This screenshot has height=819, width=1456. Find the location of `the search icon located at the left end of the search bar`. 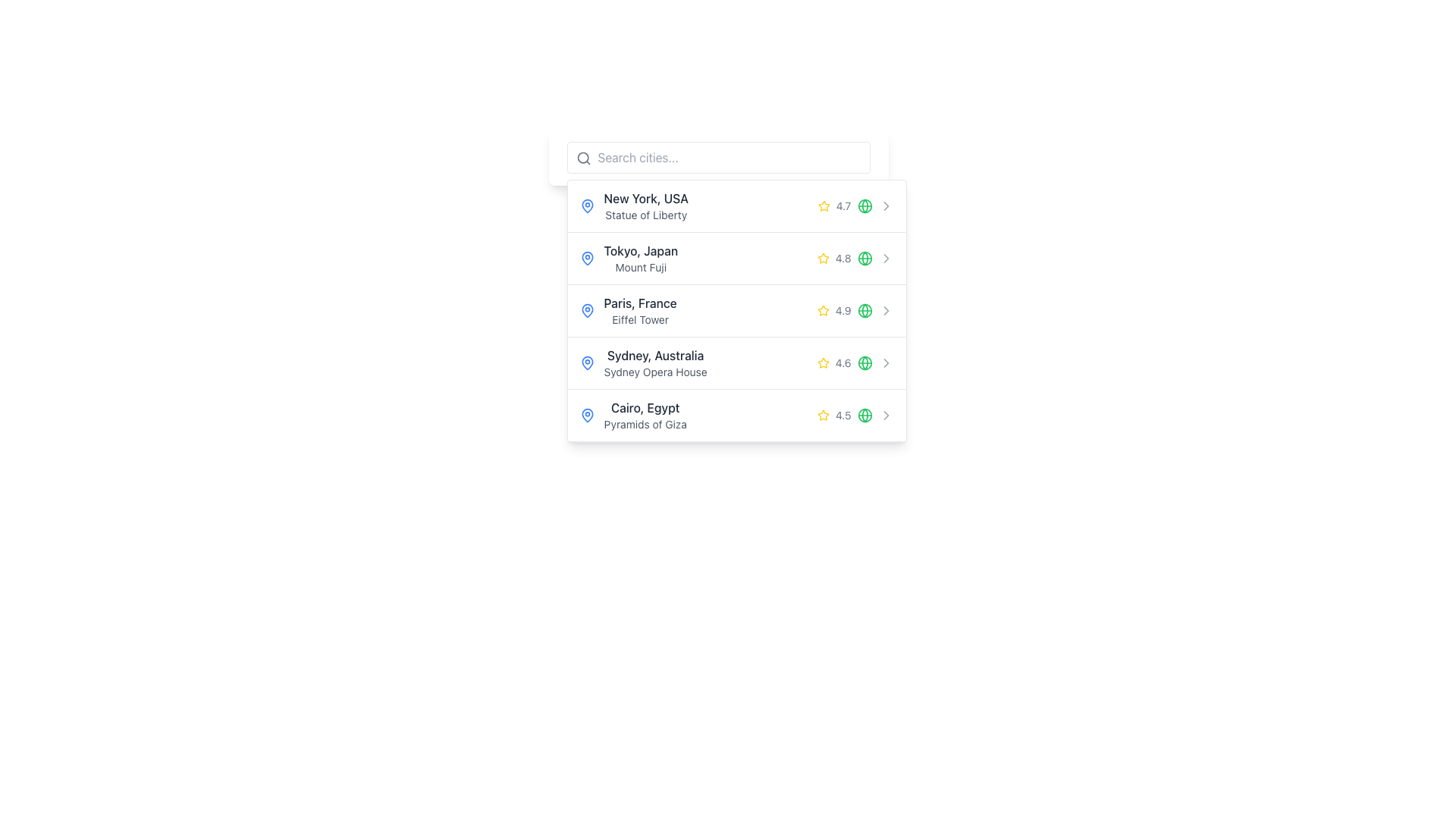

the search icon located at the left end of the search bar is located at coordinates (582, 158).